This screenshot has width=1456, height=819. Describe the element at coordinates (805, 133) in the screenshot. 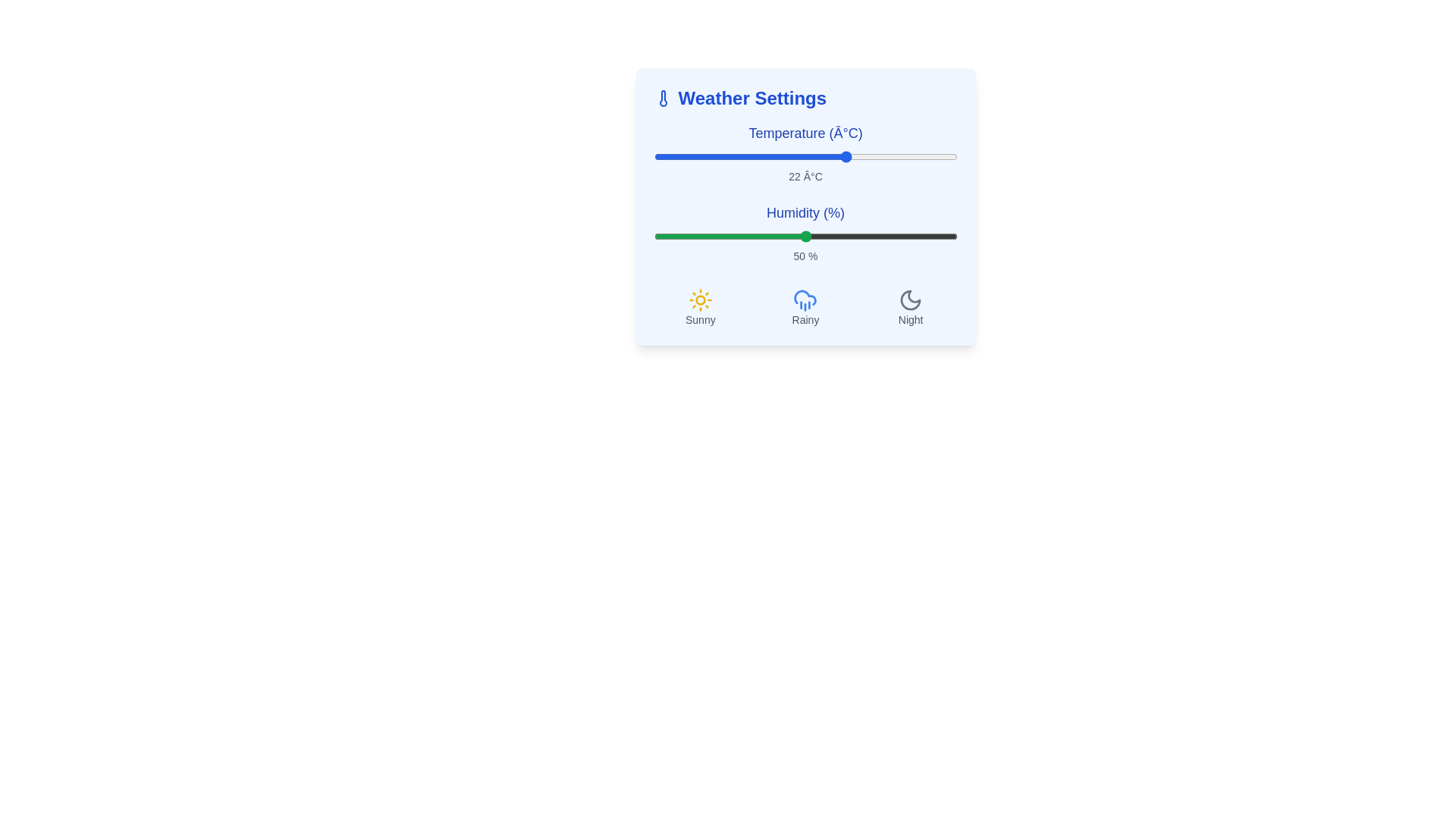

I see `the text label reading 'Temperature (°C)', which is styled with a larger font size, bold weight, and blue color, located at the upper portion of the temperature setting section` at that location.